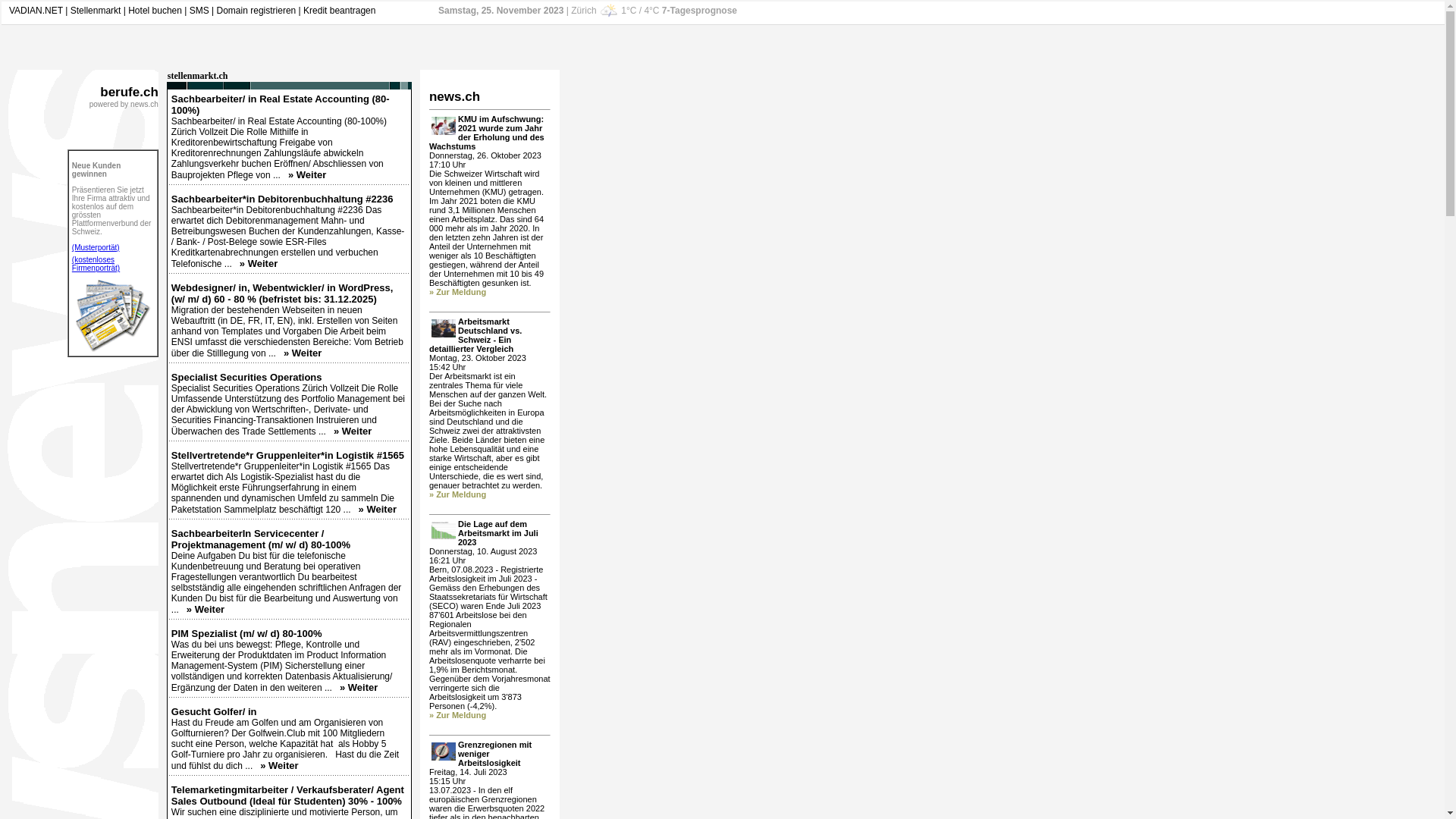 This screenshot has height=819, width=1456. Describe the element at coordinates (457, 754) in the screenshot. I see `'Grenzregionen mit weniger Arbeitslosigkeit'` at that location.